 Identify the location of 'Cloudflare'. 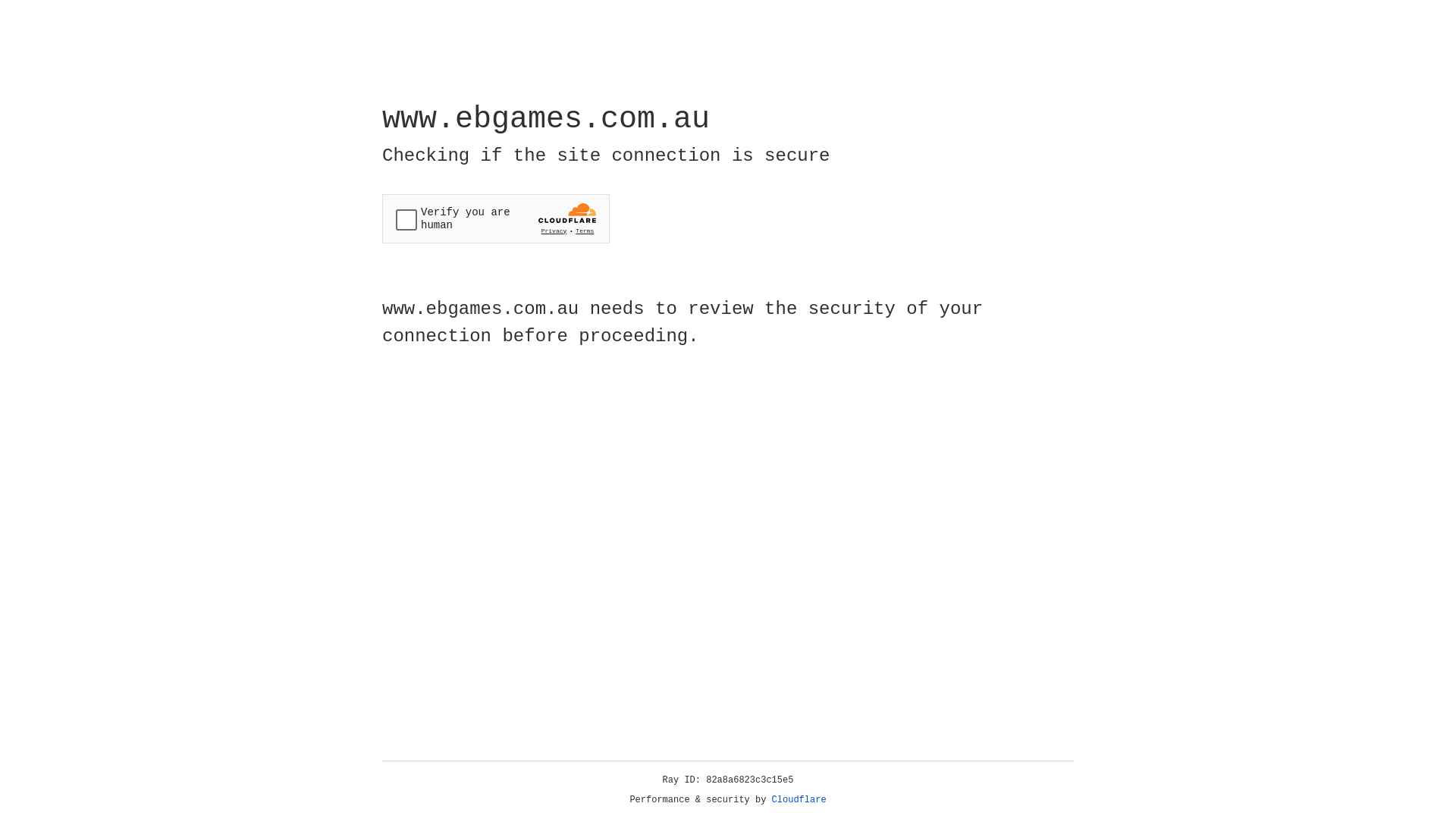
(799, 799).